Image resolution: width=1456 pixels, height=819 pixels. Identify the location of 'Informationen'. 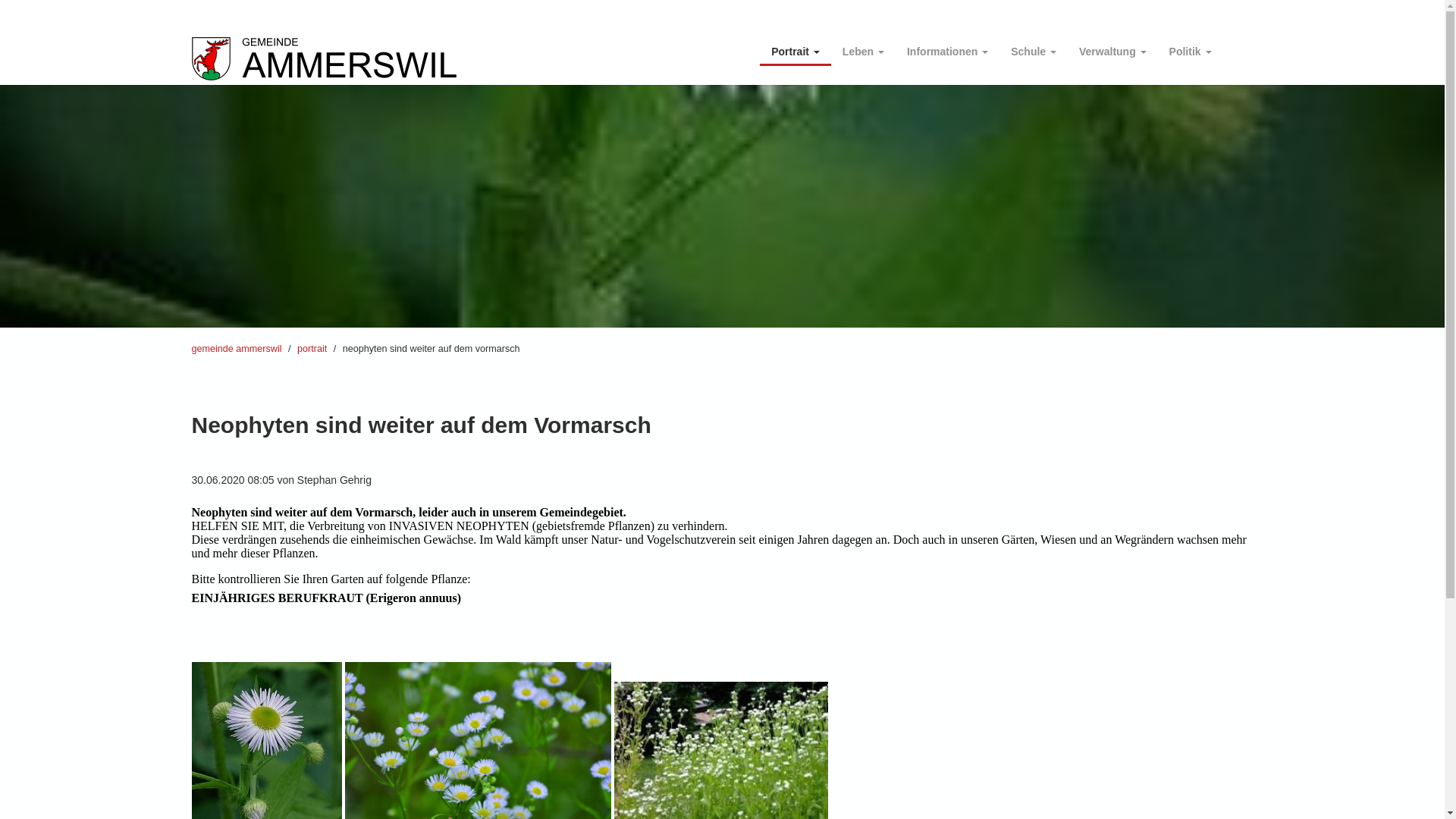
(946, 47).